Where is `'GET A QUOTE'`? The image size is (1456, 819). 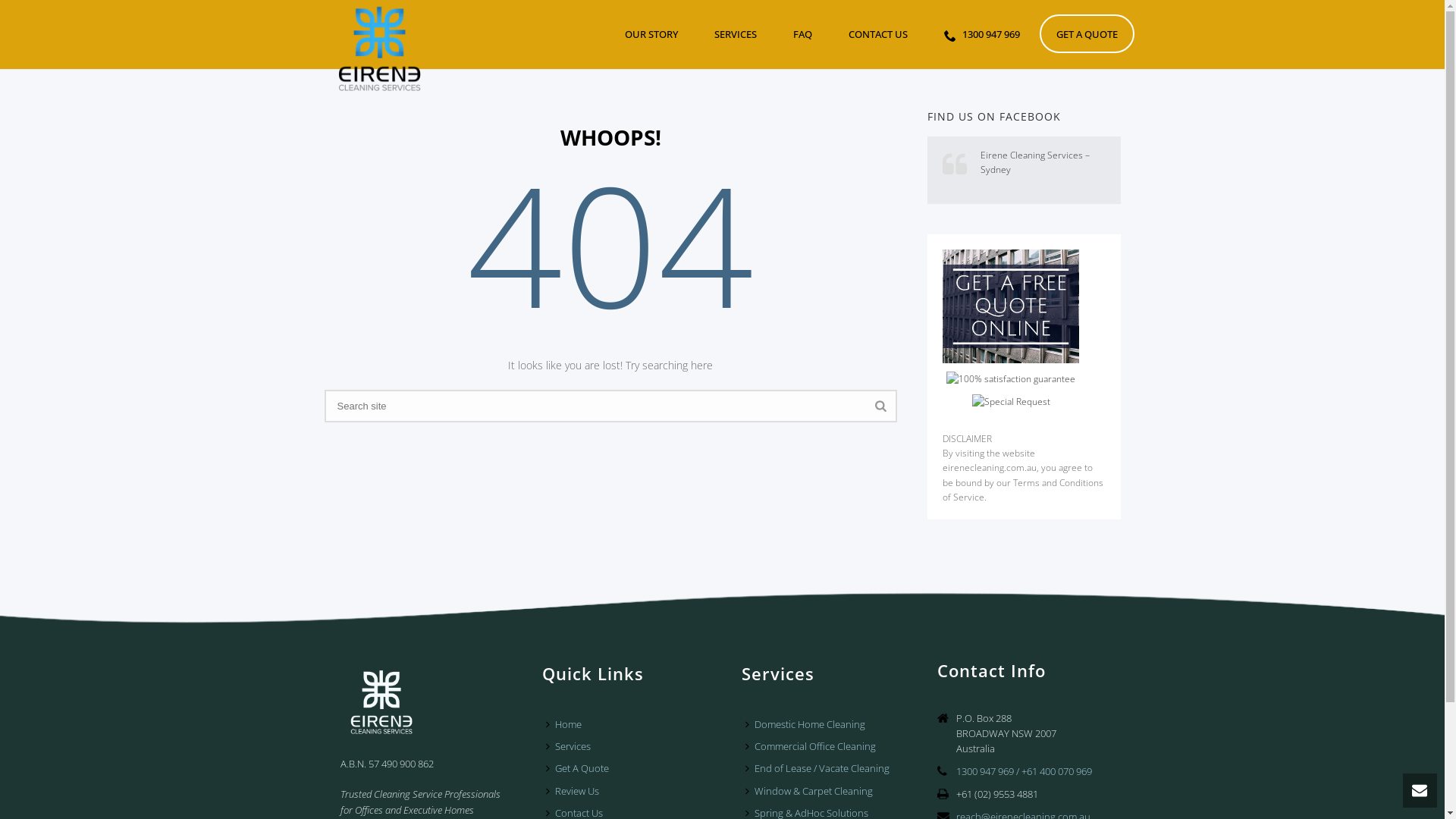
'GET A QUOTE' is located at coordinates (1085, 33).